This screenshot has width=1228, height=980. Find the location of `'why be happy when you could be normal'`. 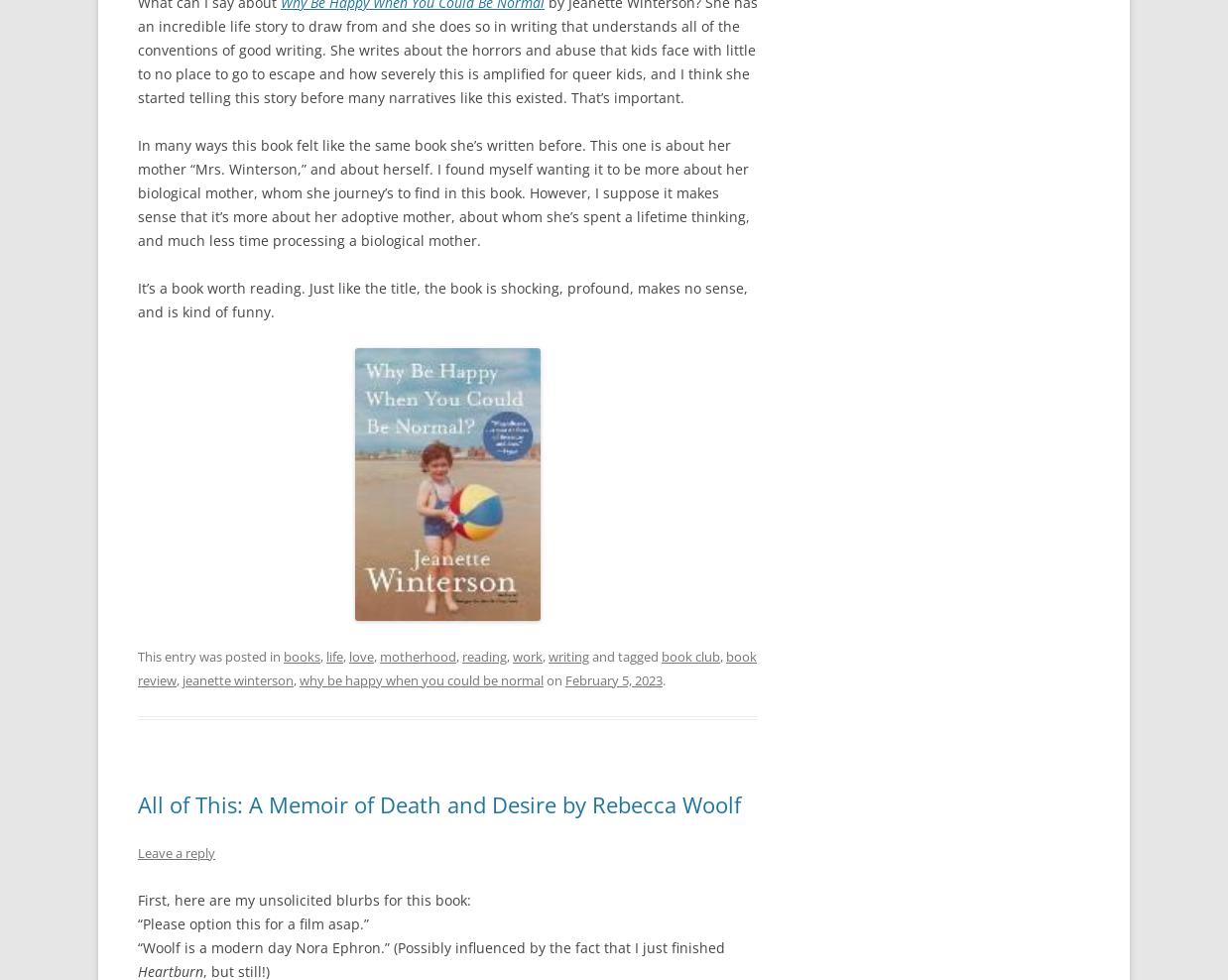

'why be happy when you could be normal' is located at coordinates (421, 678).